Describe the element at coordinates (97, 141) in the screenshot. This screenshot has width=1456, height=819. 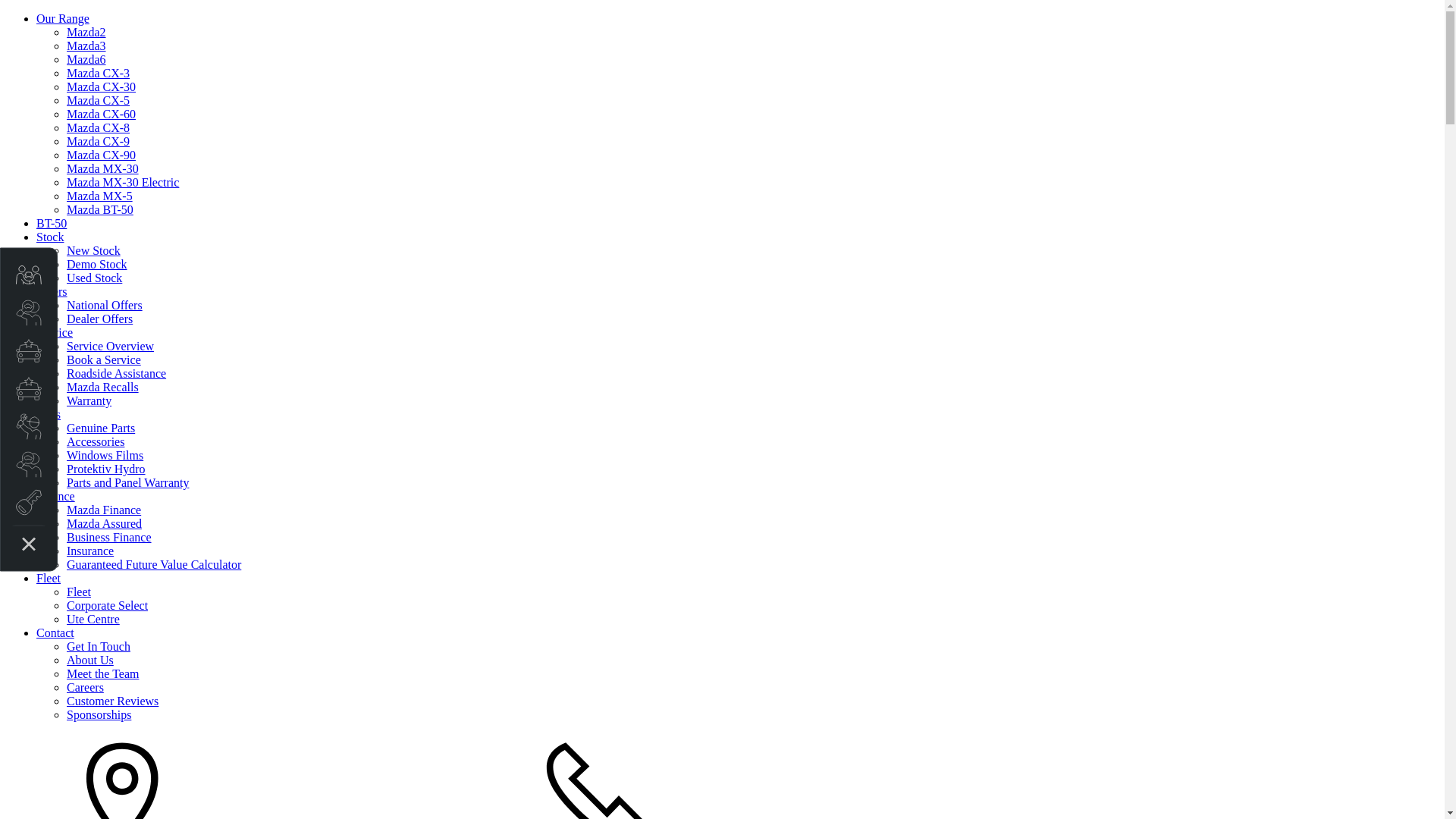
I see `'Mazda CX-9'` at that location.